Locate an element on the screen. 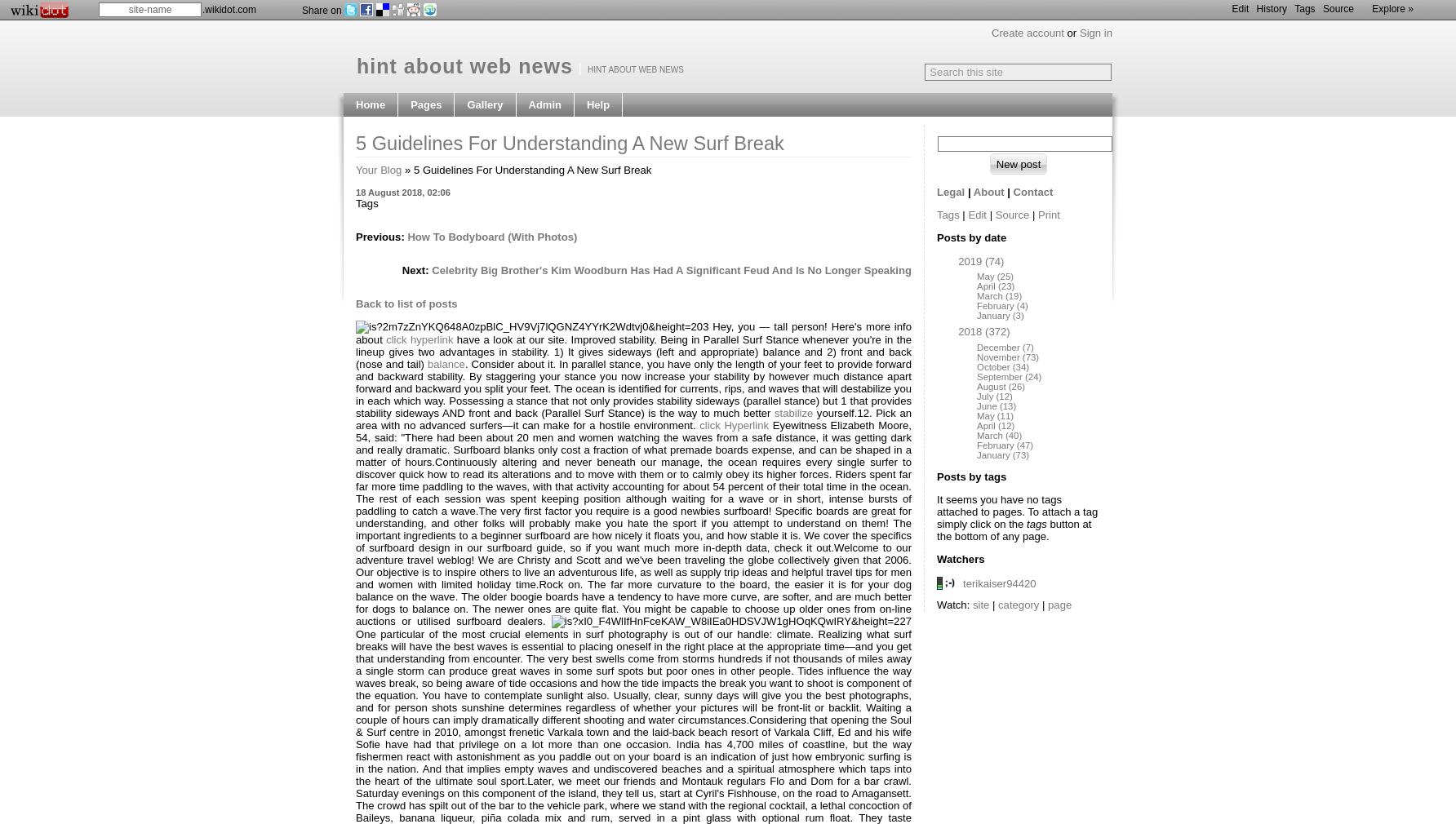 The height and width of the screenshot is (824, 1456). 'Page categories' is located at coordinates (569, 223).